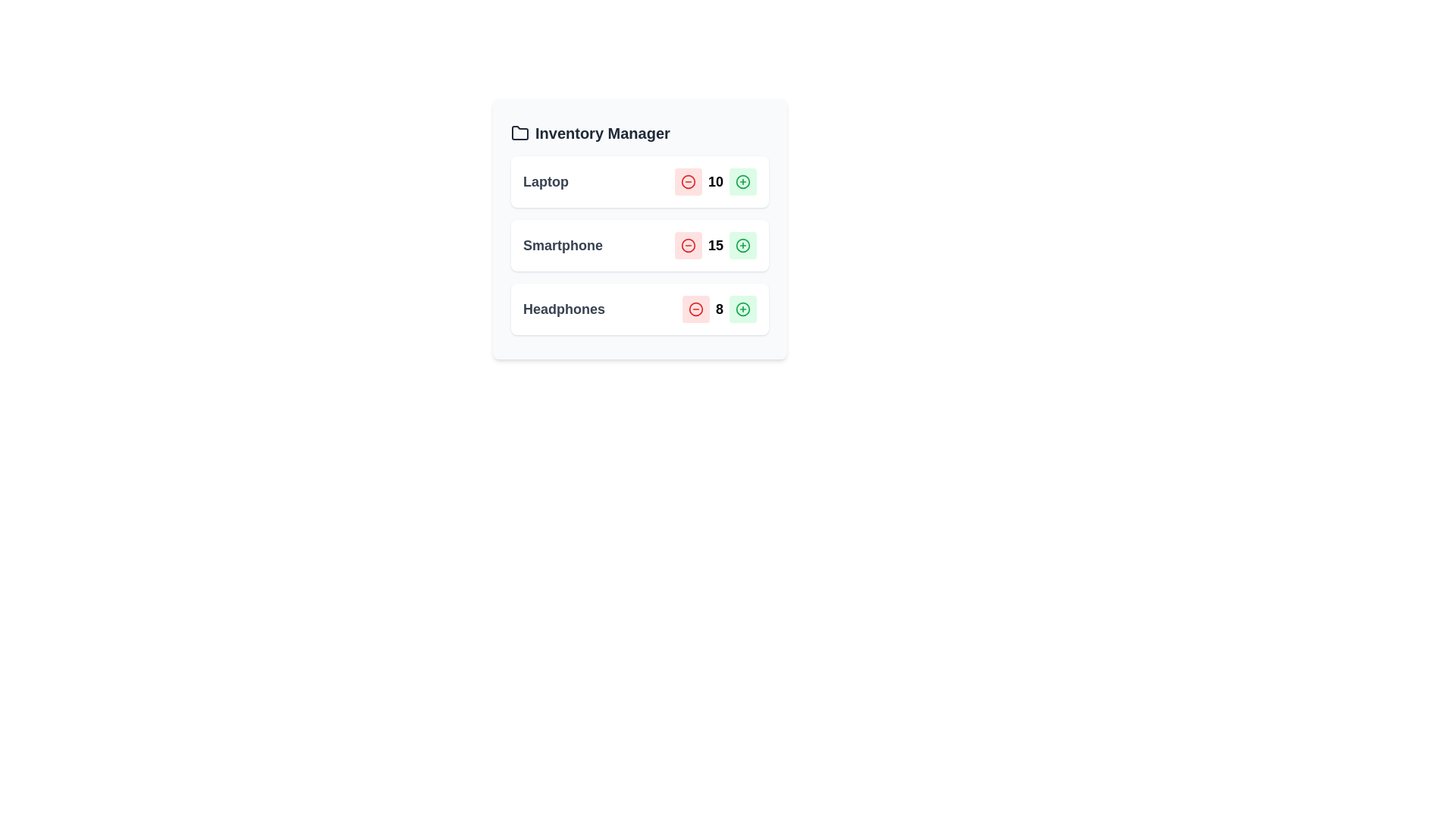 Image resolution: width=1456 pixels, height=819 pixels. What do you see at coordinates (546, 180) in the screenshot?
I see `the item with name Laptop` at bounding box center [546, 180].